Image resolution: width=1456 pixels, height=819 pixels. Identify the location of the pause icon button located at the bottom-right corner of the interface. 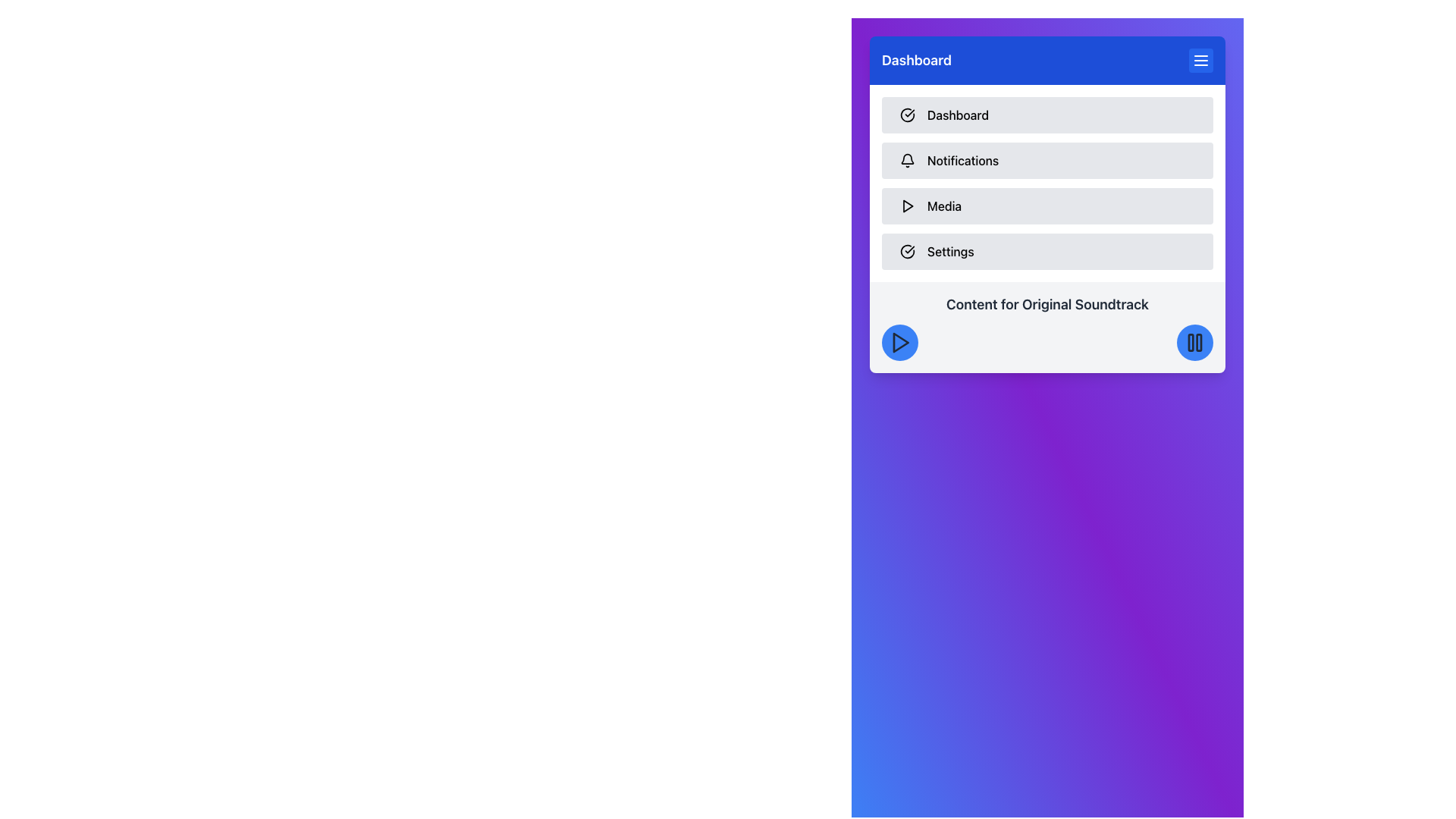
(1194, 342).